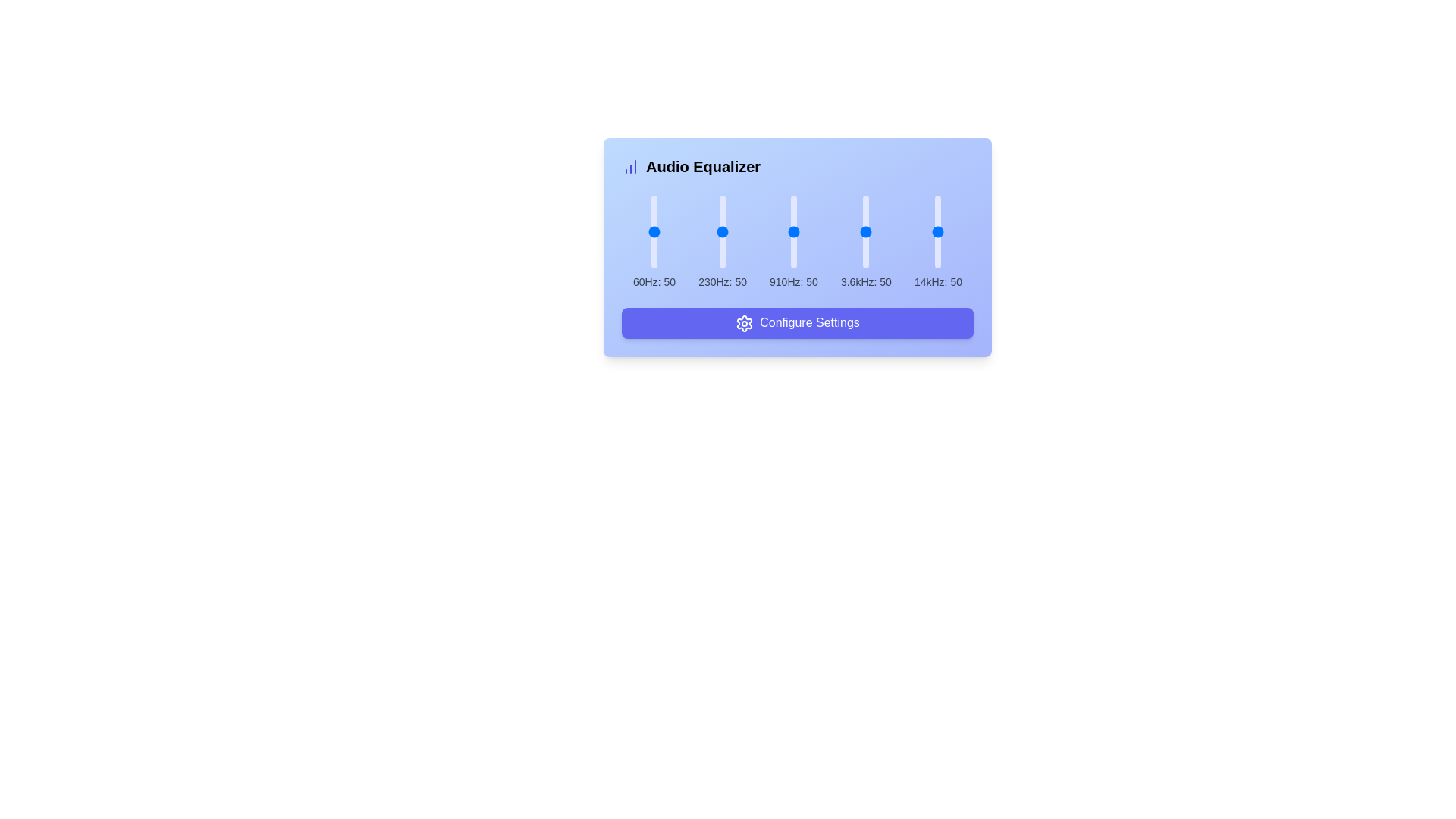  Describe the element at coordinates (792, 243) in the screenshot. I see `the frequency level of 910Hz` at that location.